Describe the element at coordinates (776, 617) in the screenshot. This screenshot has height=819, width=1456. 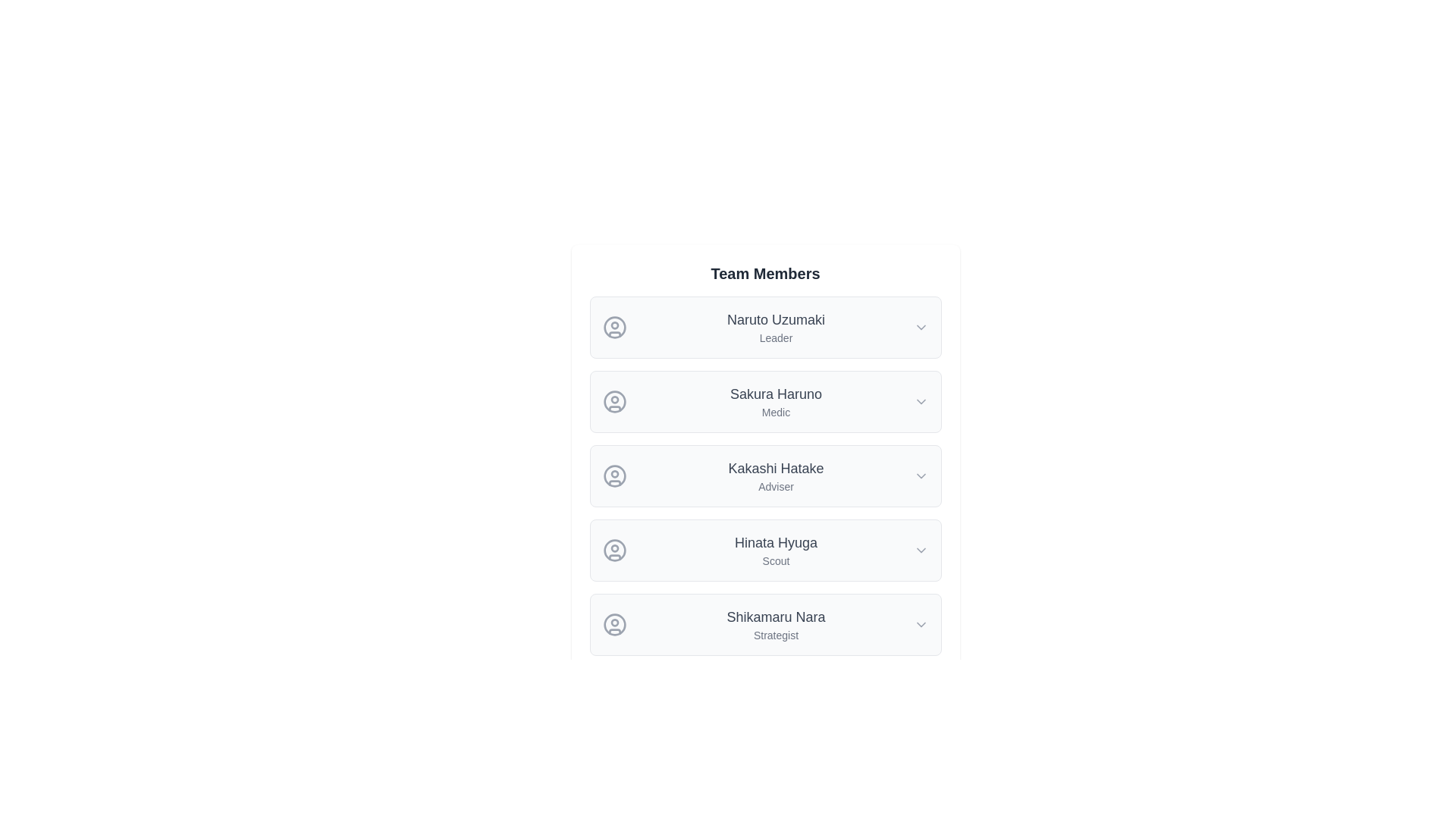
I see `the static text label displaying 'Shikamaru Nara', which is styled in a larger, bold font and located in the 'Team Members' list above the designation 'Strategist'` at that location.